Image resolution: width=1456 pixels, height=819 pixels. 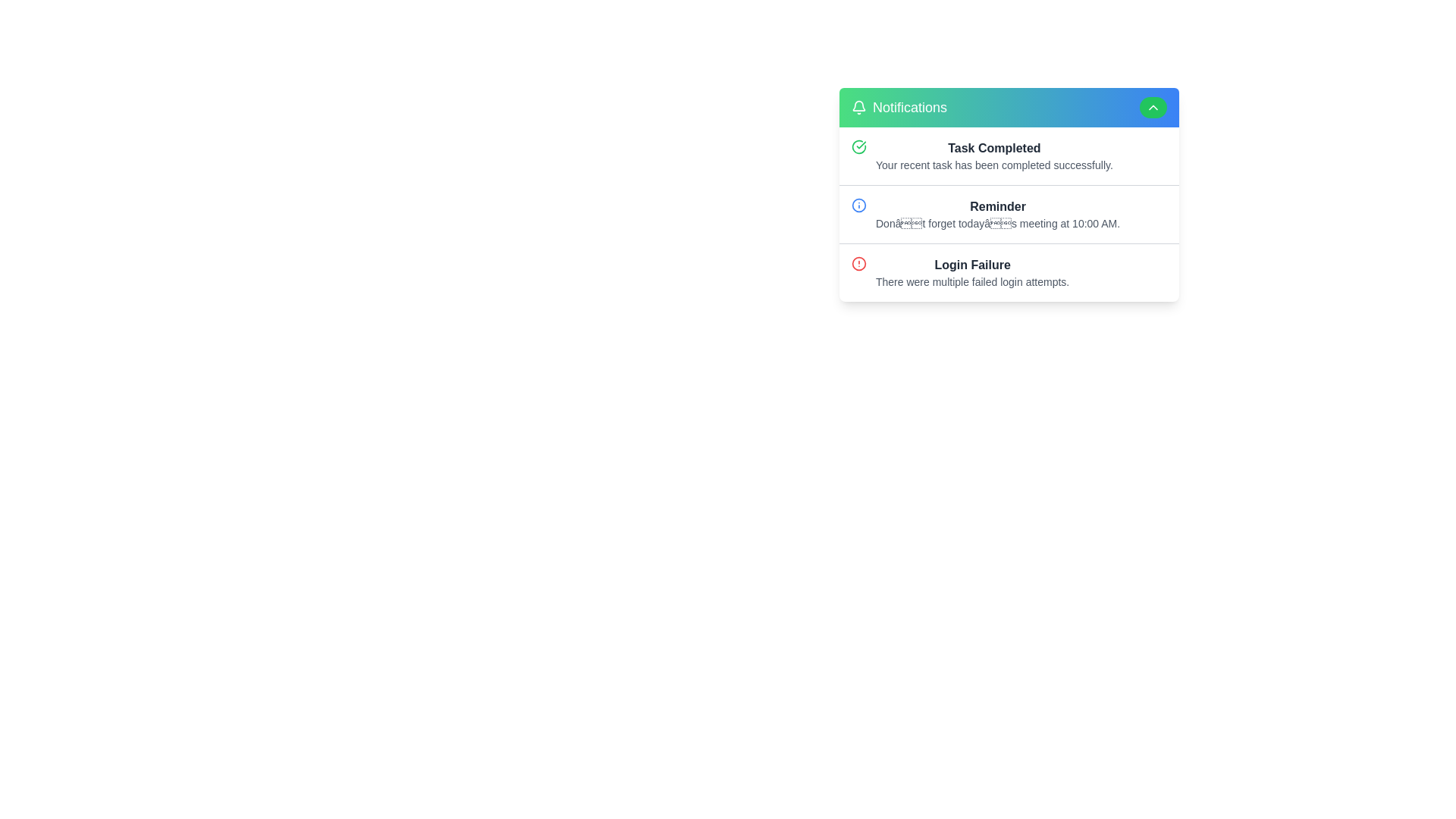 I want to click on the circular green button with a white upward-pointing chevron icon located at the top-right corner of the 'Notifications' header section, so click(x=1153, y=107).